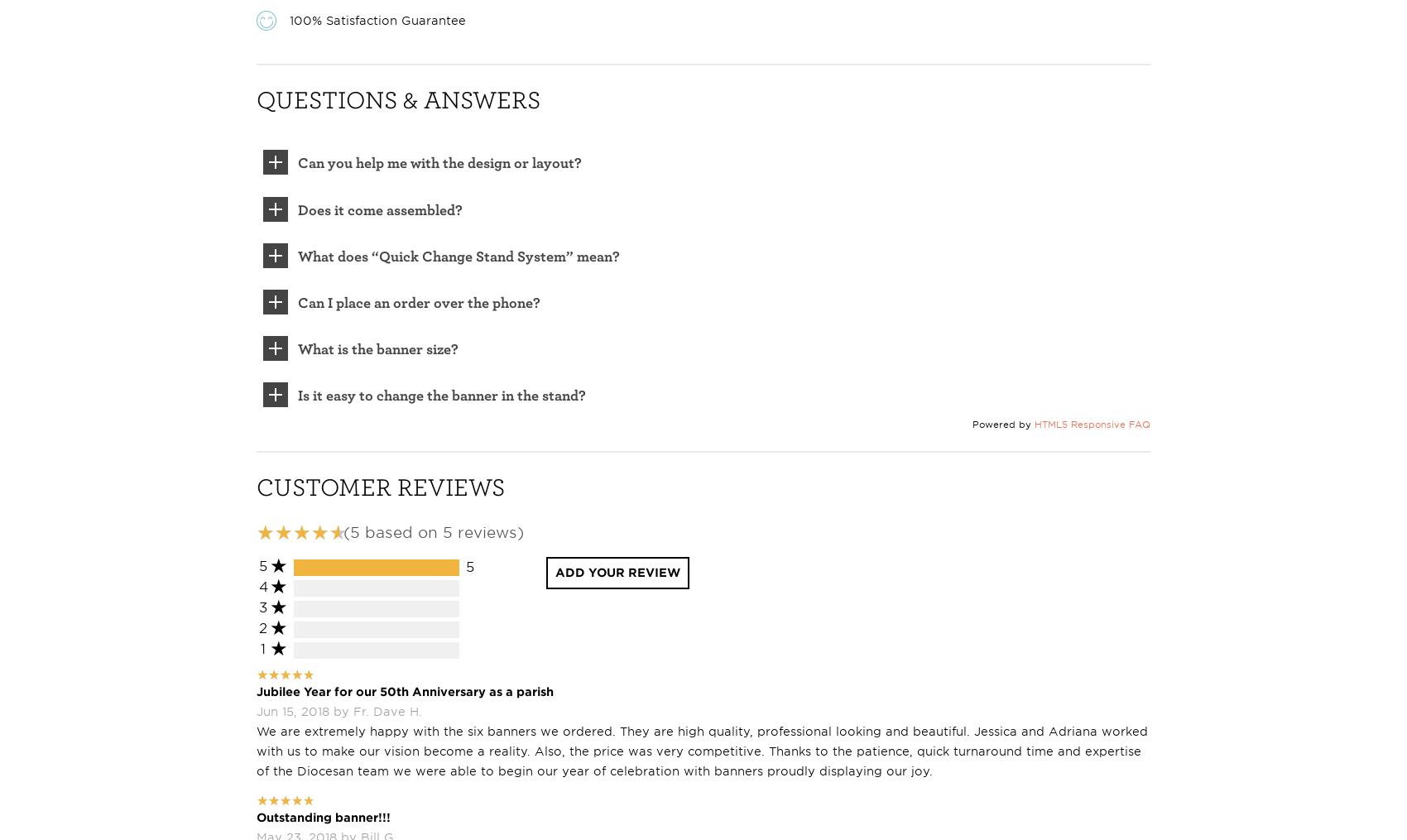 This screenshot has width=1407, height=840. Describe the element at coordinates (377, 348) in the screenshot. I see `'What is the banner size?'` at that location.